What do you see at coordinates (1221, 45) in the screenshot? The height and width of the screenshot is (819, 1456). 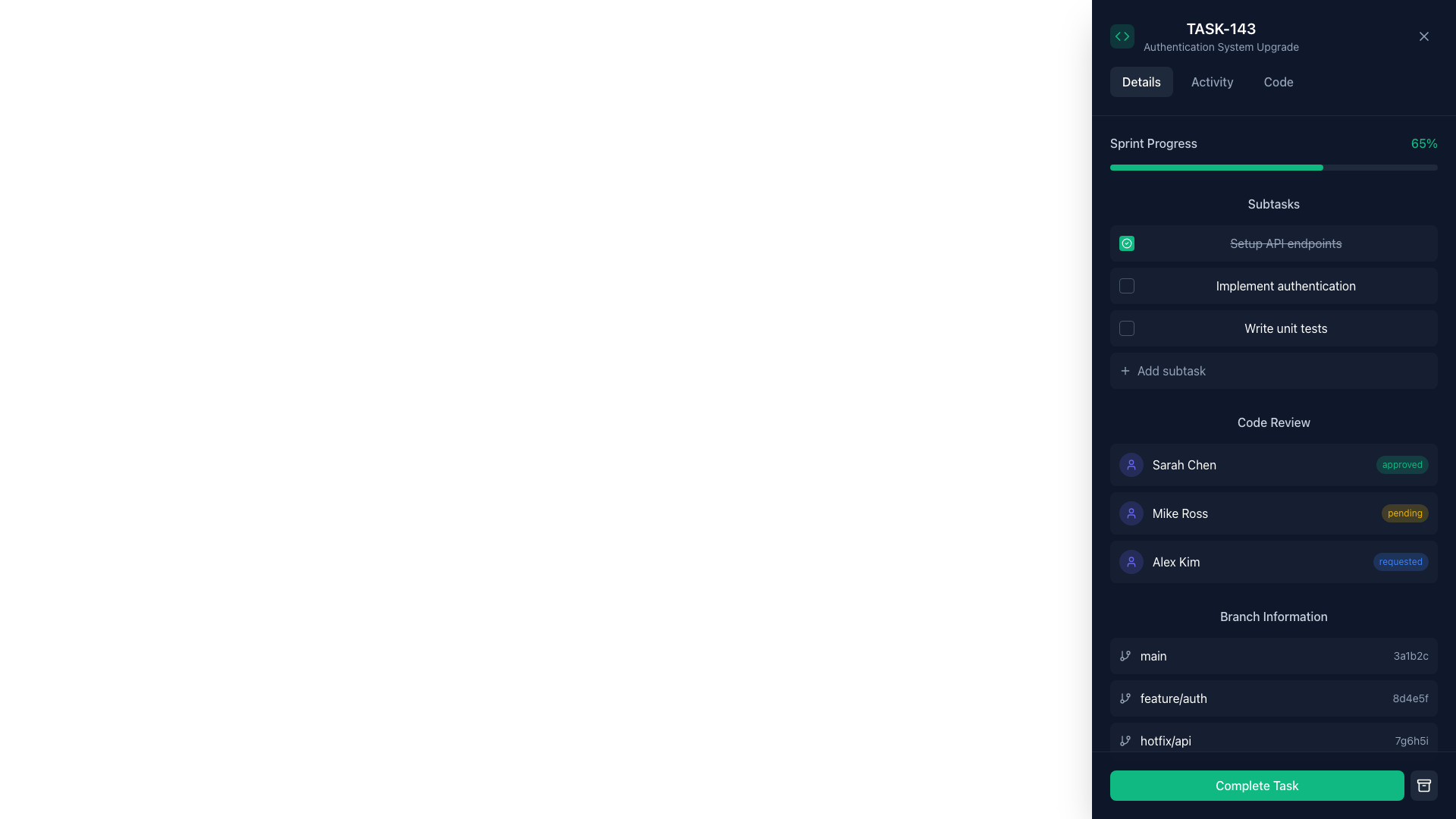 I see `the text label displaying 'Authentication System Upgrade', which is located directly below the 'TASK-143' title in the panel` at bounding box center [1221, 45].